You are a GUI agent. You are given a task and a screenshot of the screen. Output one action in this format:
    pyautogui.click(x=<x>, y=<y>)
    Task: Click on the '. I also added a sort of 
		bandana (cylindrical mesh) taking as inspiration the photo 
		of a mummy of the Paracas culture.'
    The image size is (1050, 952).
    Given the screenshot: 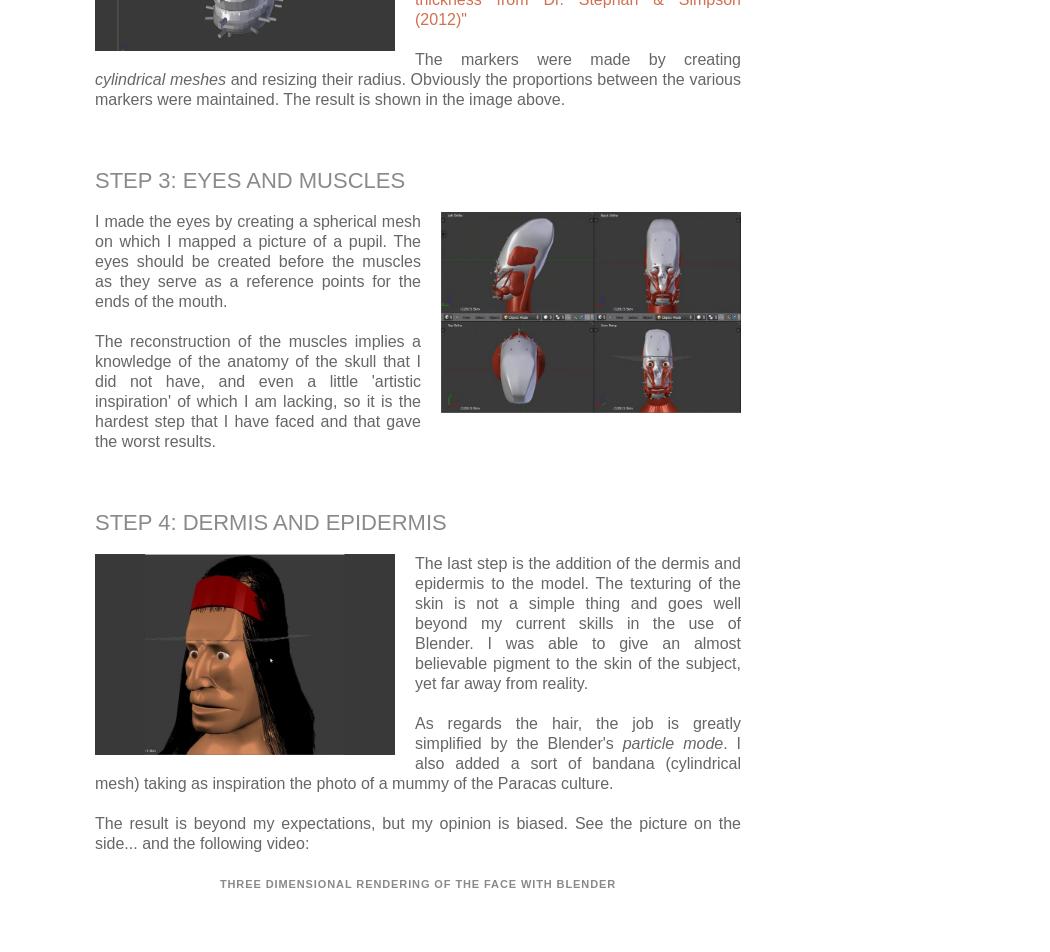 What is the action you would take?
    pyautogui.click(x=417, y=762)
    